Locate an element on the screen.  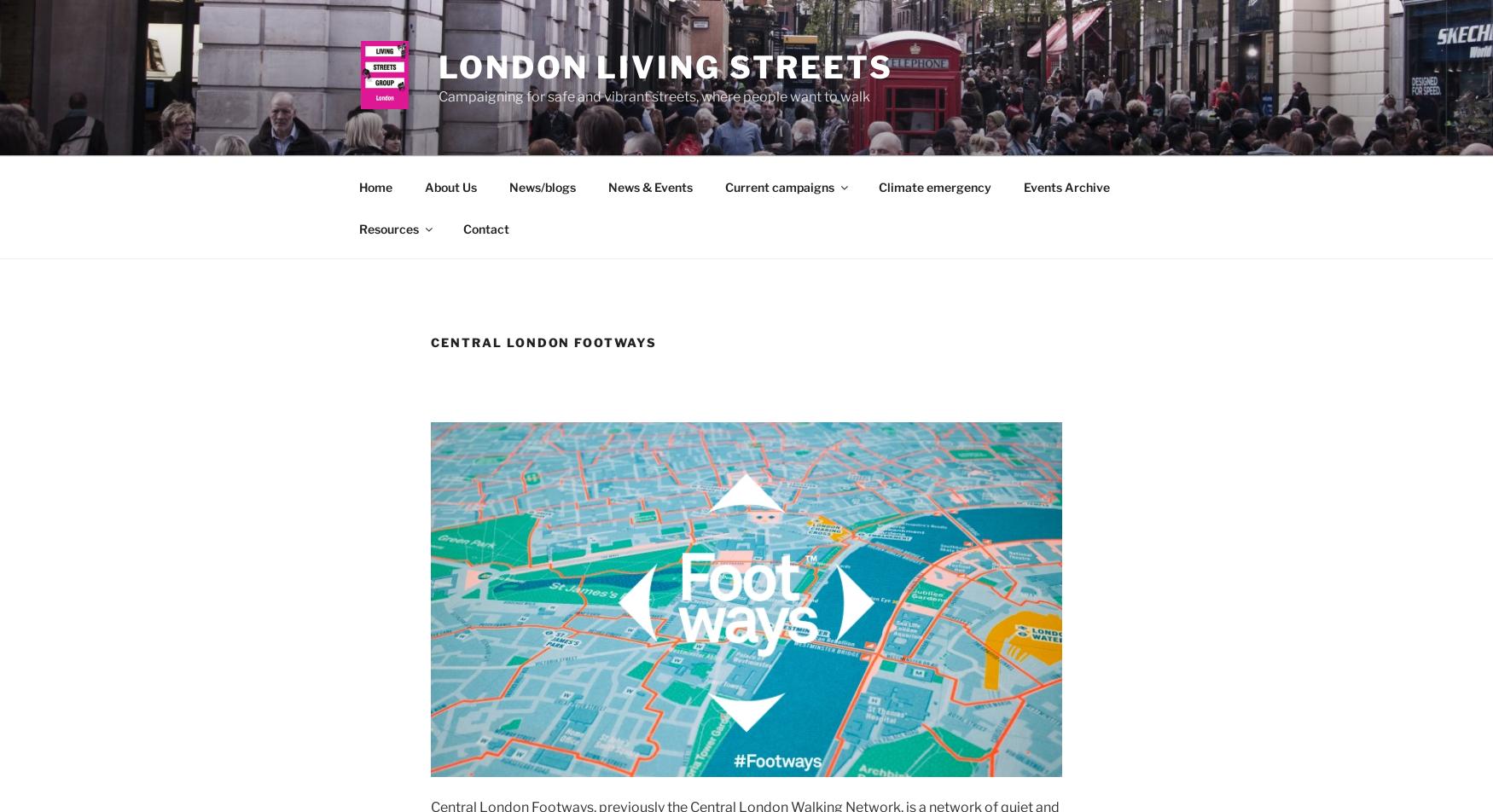
'Campaigning for safe and vibrant streets, where people want to walk' is located at coordinates (654, 96).